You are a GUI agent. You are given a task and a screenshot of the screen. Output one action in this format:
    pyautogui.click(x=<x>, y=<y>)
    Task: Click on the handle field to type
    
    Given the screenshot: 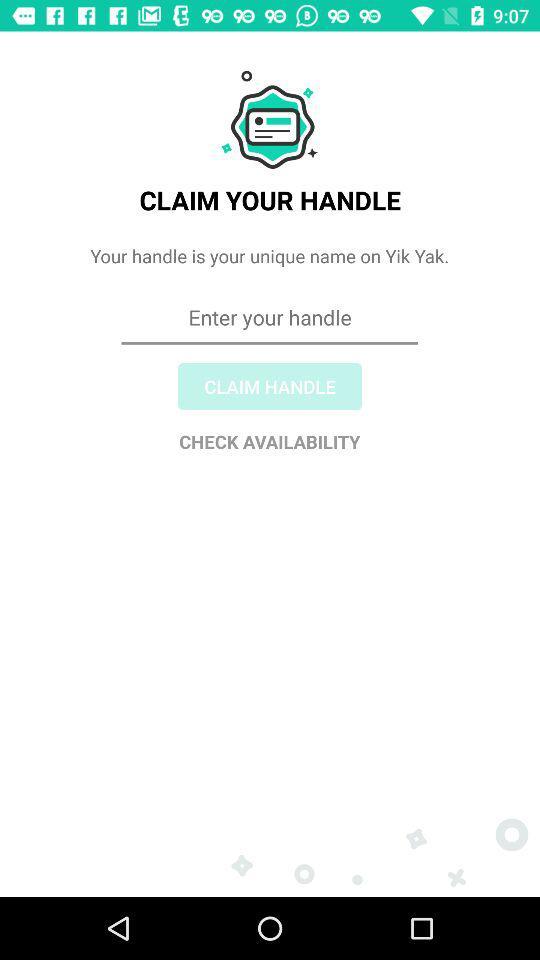 What is the action you would take?
    pyautogui.click(x=270, y=389)
    